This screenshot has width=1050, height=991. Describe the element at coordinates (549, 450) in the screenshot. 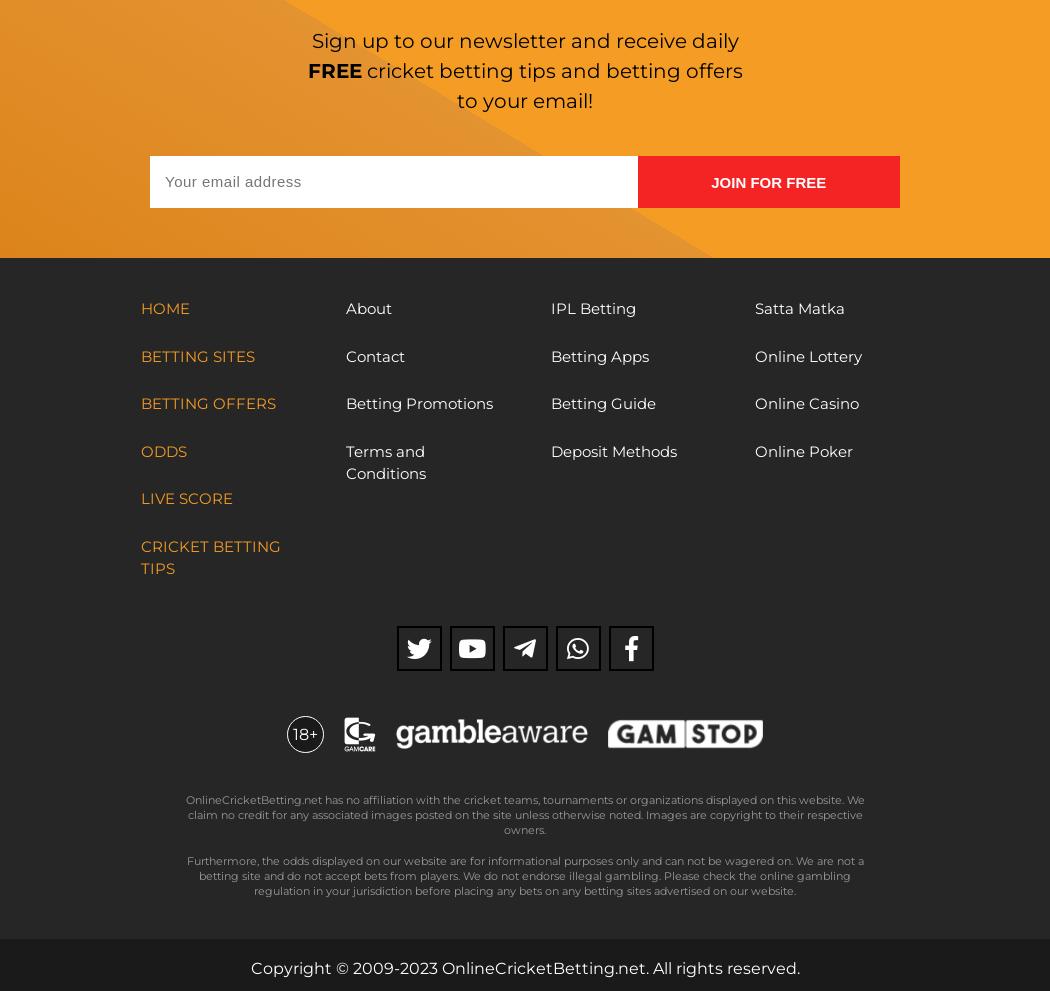

I see `'Deposit Methods'` at that location.